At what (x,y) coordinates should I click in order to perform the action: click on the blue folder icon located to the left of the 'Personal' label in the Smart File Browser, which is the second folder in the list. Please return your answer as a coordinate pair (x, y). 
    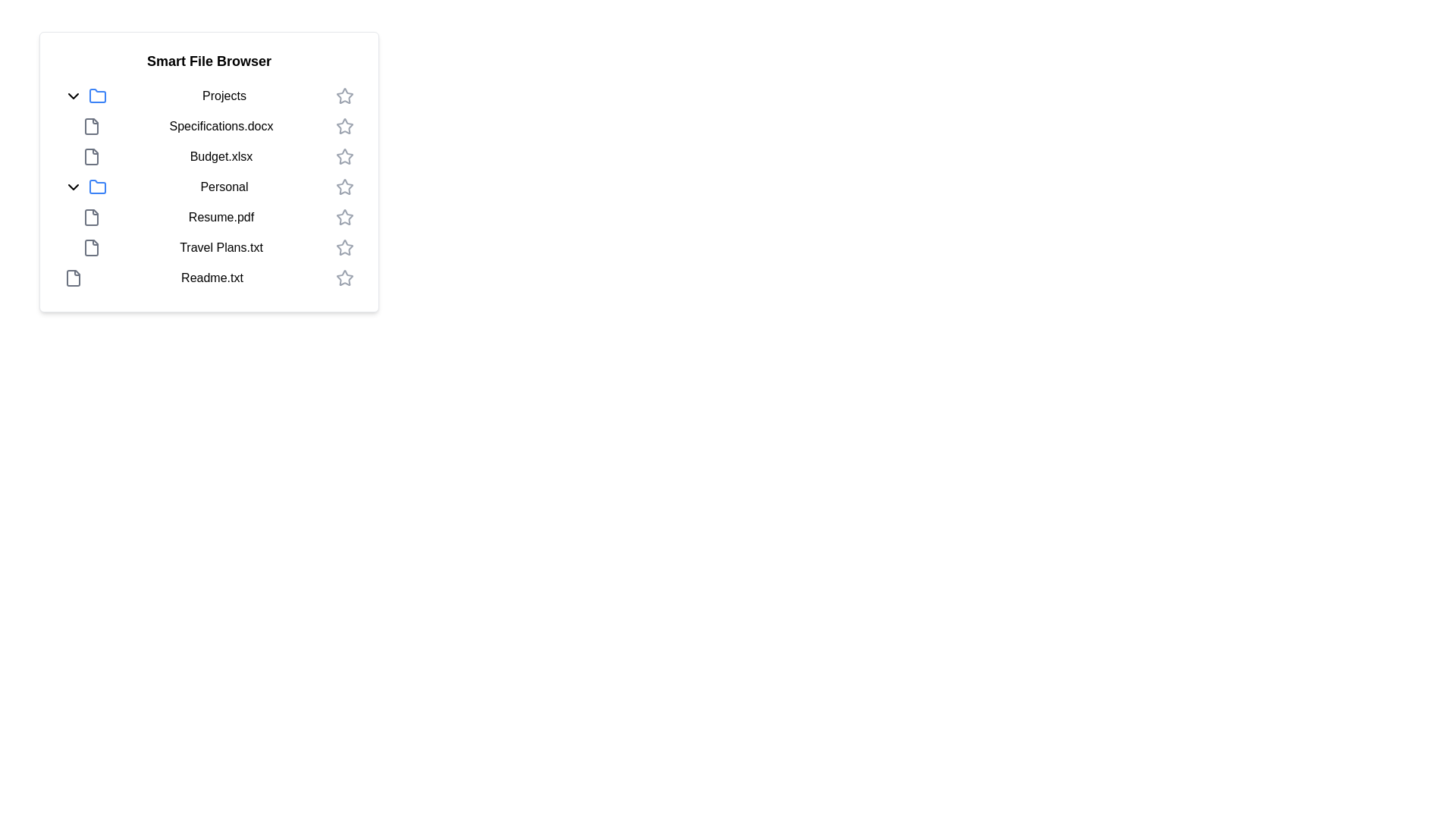
    Looking at the image, I should click on (97, 186).